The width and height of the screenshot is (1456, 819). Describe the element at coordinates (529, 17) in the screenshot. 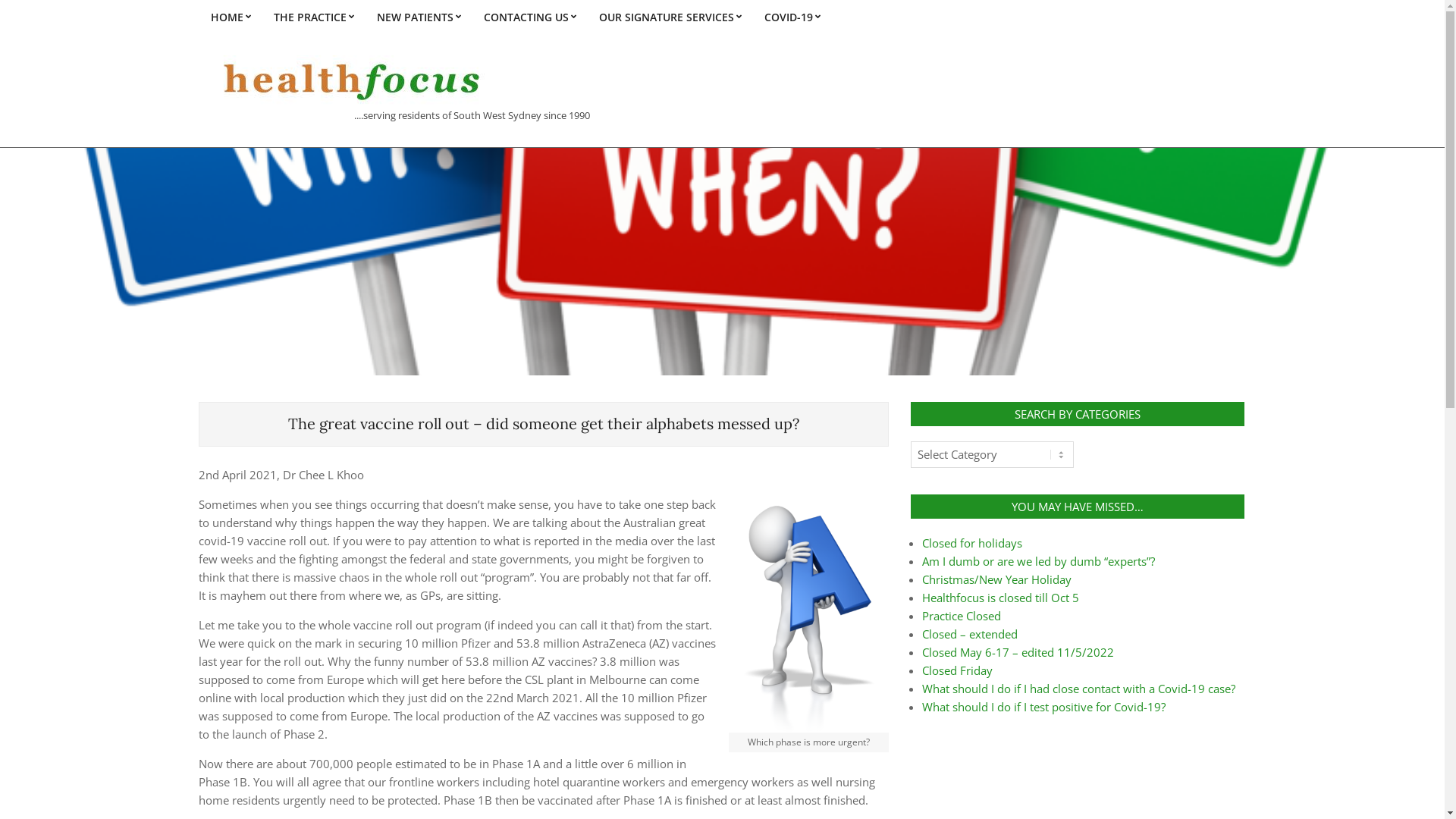

I see `'CONTACTING US'` at that location.